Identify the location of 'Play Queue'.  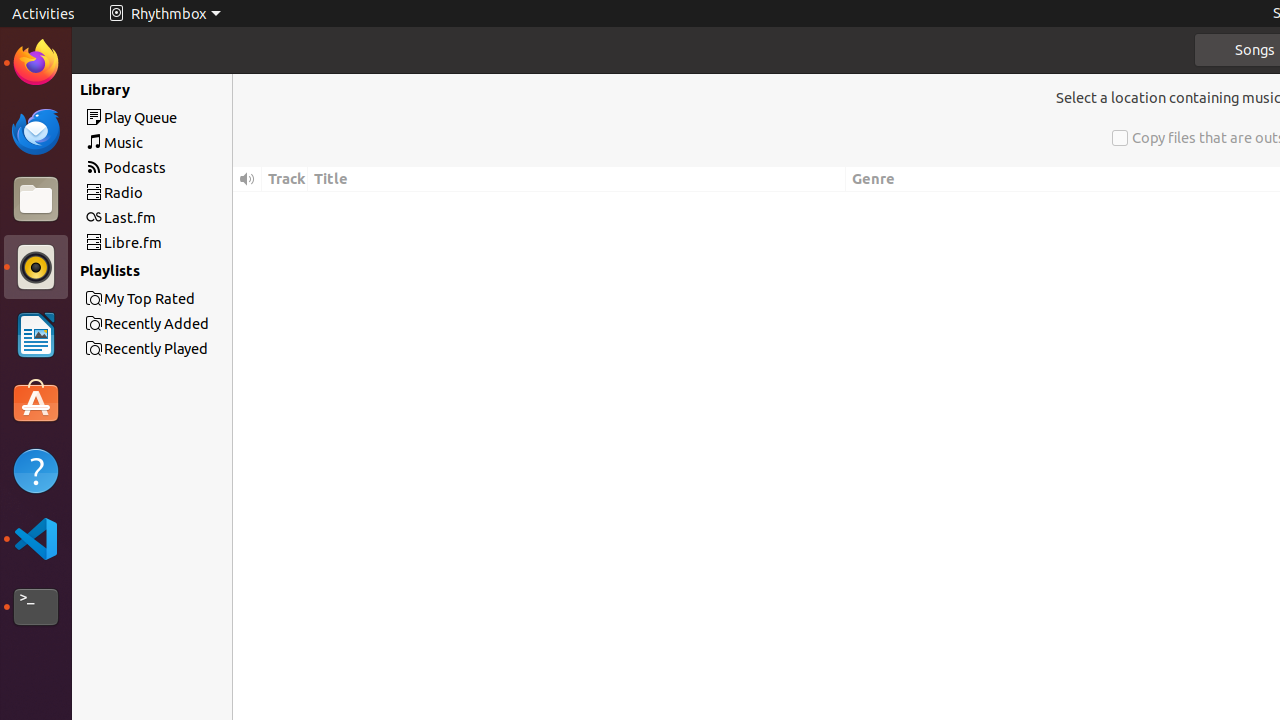
(188, 117).